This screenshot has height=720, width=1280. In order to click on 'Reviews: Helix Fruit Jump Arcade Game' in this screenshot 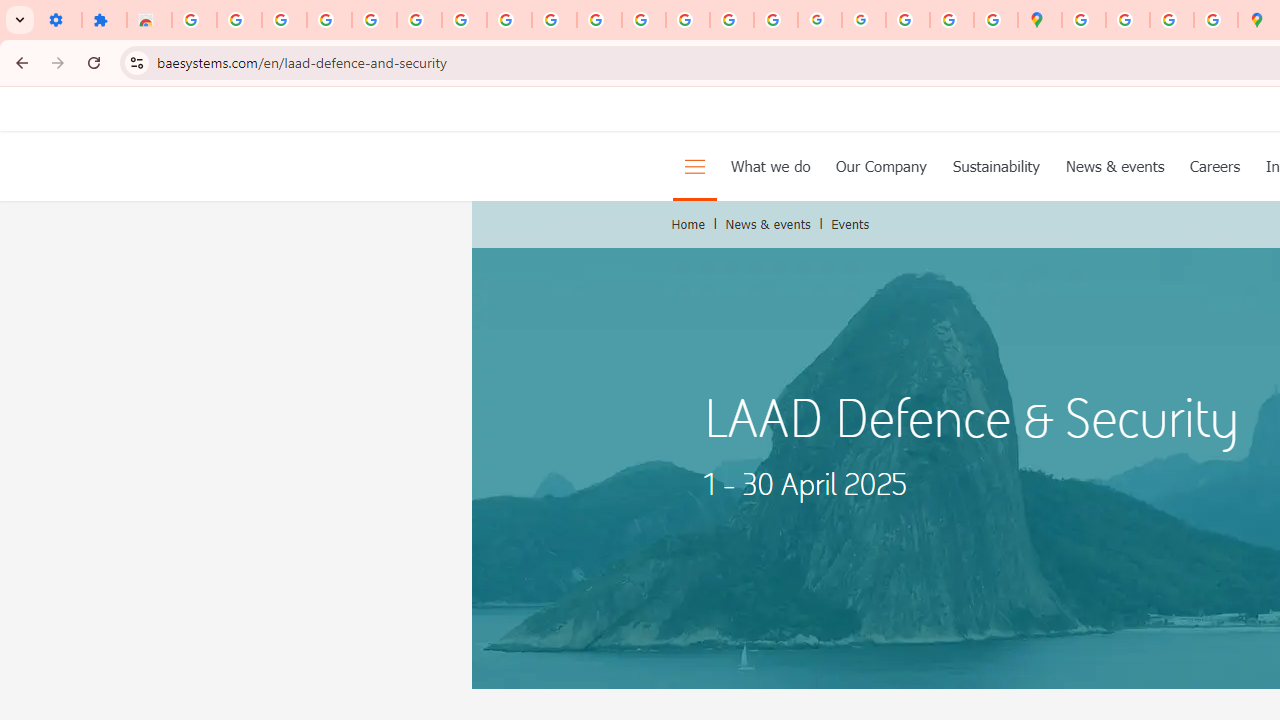, I will do `click(148, 20)`.